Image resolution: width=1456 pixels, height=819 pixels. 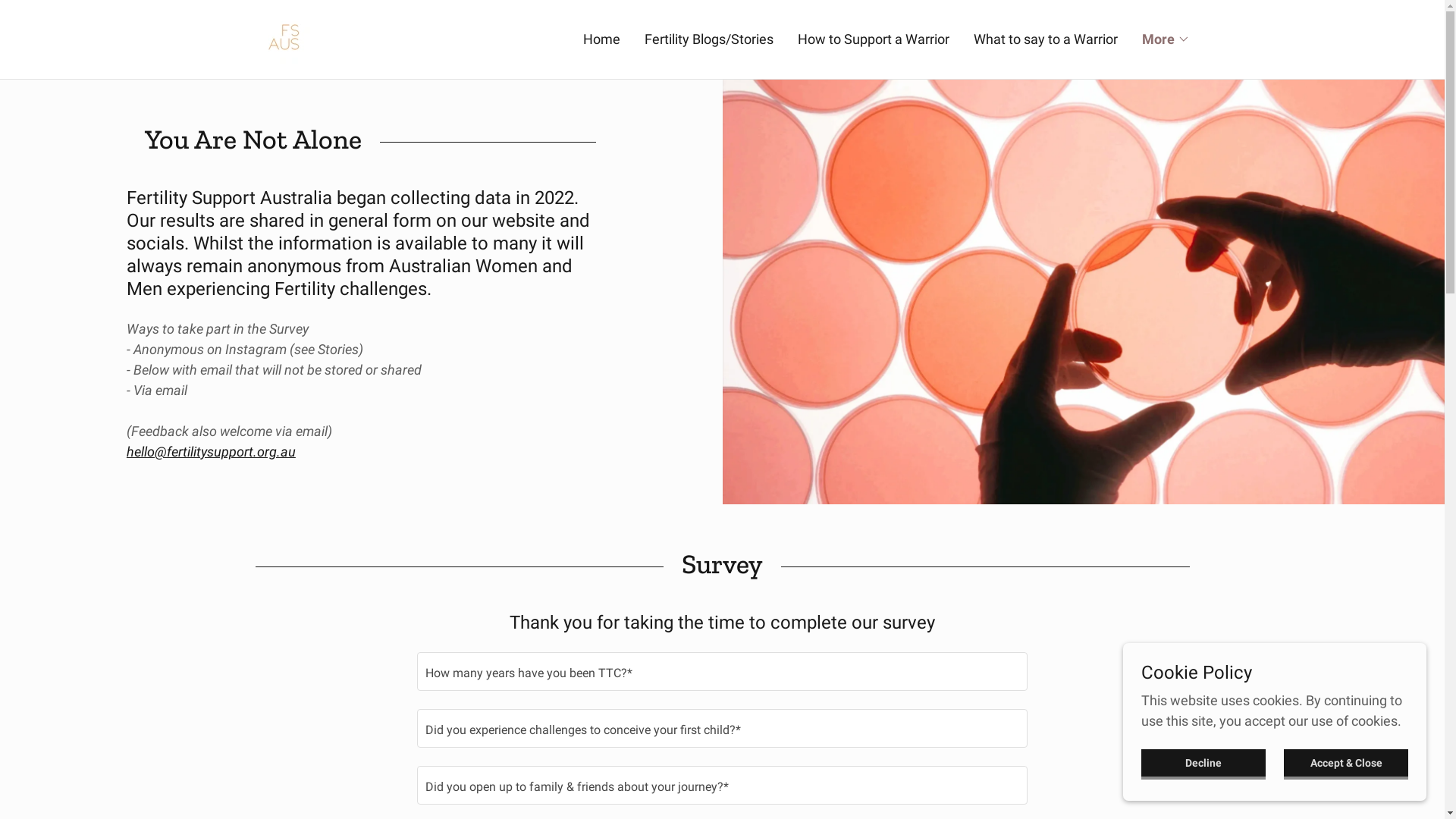 What do you see at coordinates (640, 38) in the screenshot?
I see `'Fertility Blogs/Stories'` at bounding box center [640, 38].